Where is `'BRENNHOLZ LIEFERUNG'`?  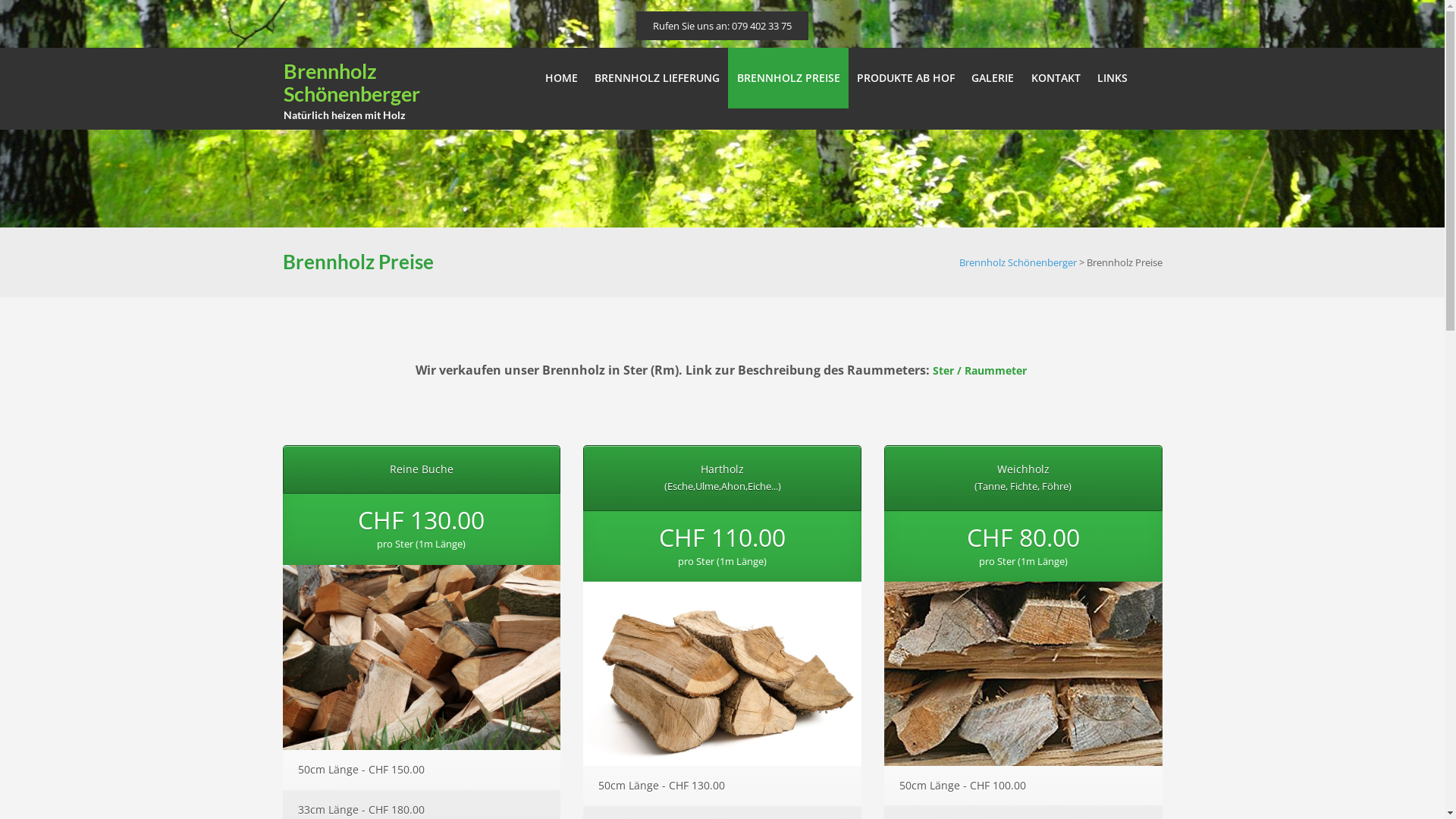
'BRENNHOLZ LIEFERUNG' is located at coordinates (657, 78).